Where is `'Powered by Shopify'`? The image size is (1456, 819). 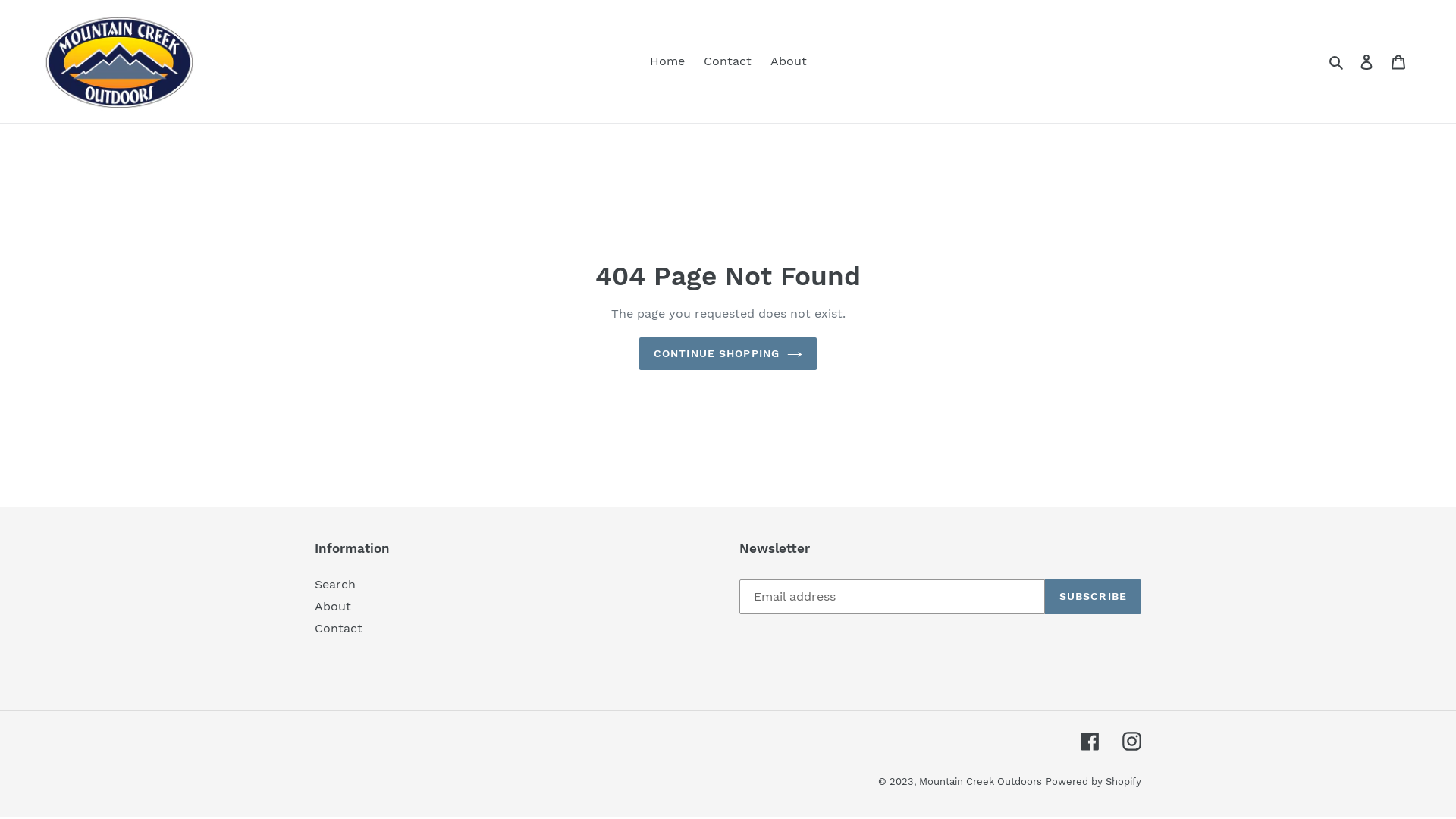
'Powered by Shopify' is located at coordinates (1093, 781).